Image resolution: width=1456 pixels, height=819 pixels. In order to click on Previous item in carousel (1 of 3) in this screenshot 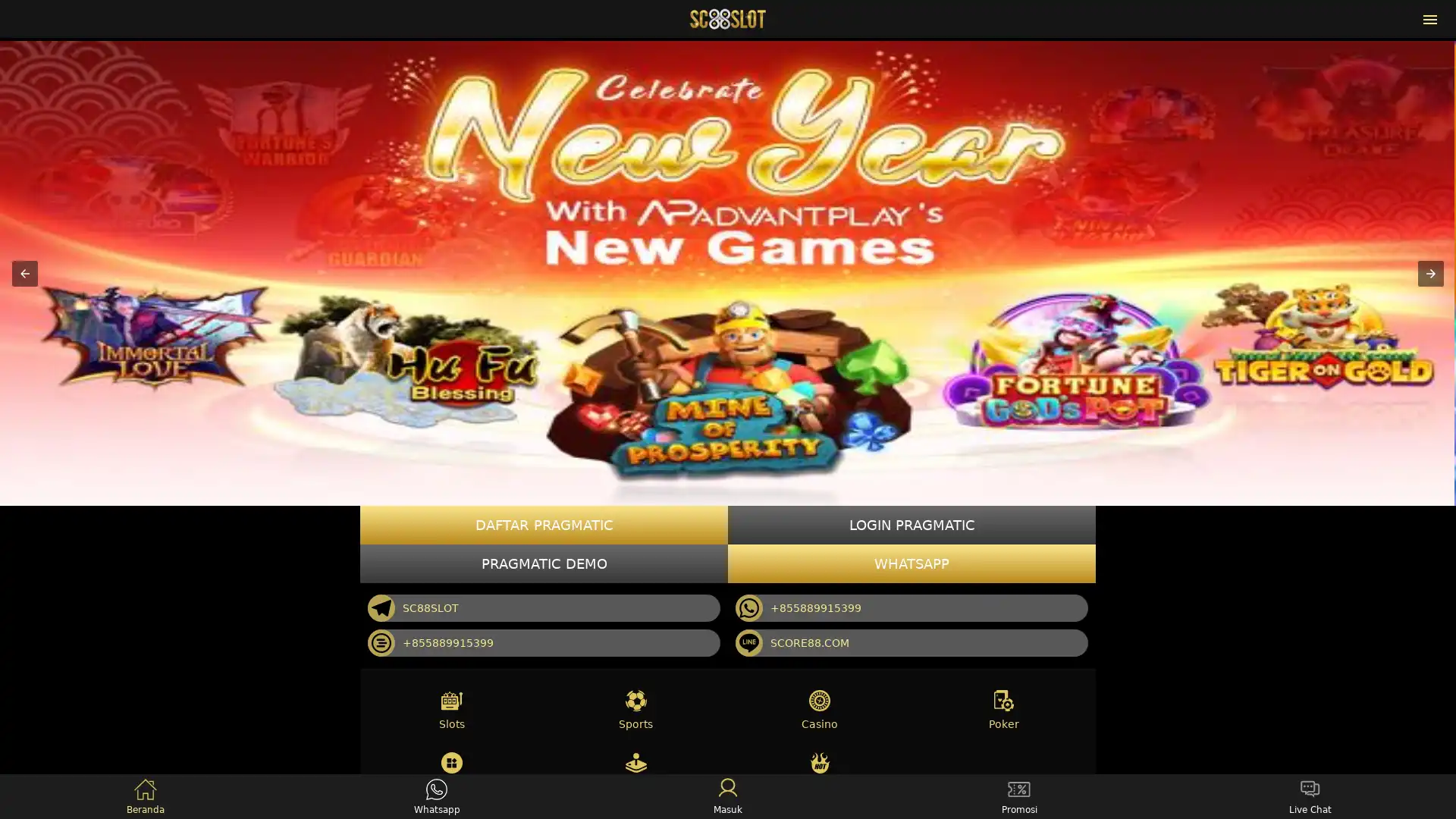, I will do `click(25, 271)`.